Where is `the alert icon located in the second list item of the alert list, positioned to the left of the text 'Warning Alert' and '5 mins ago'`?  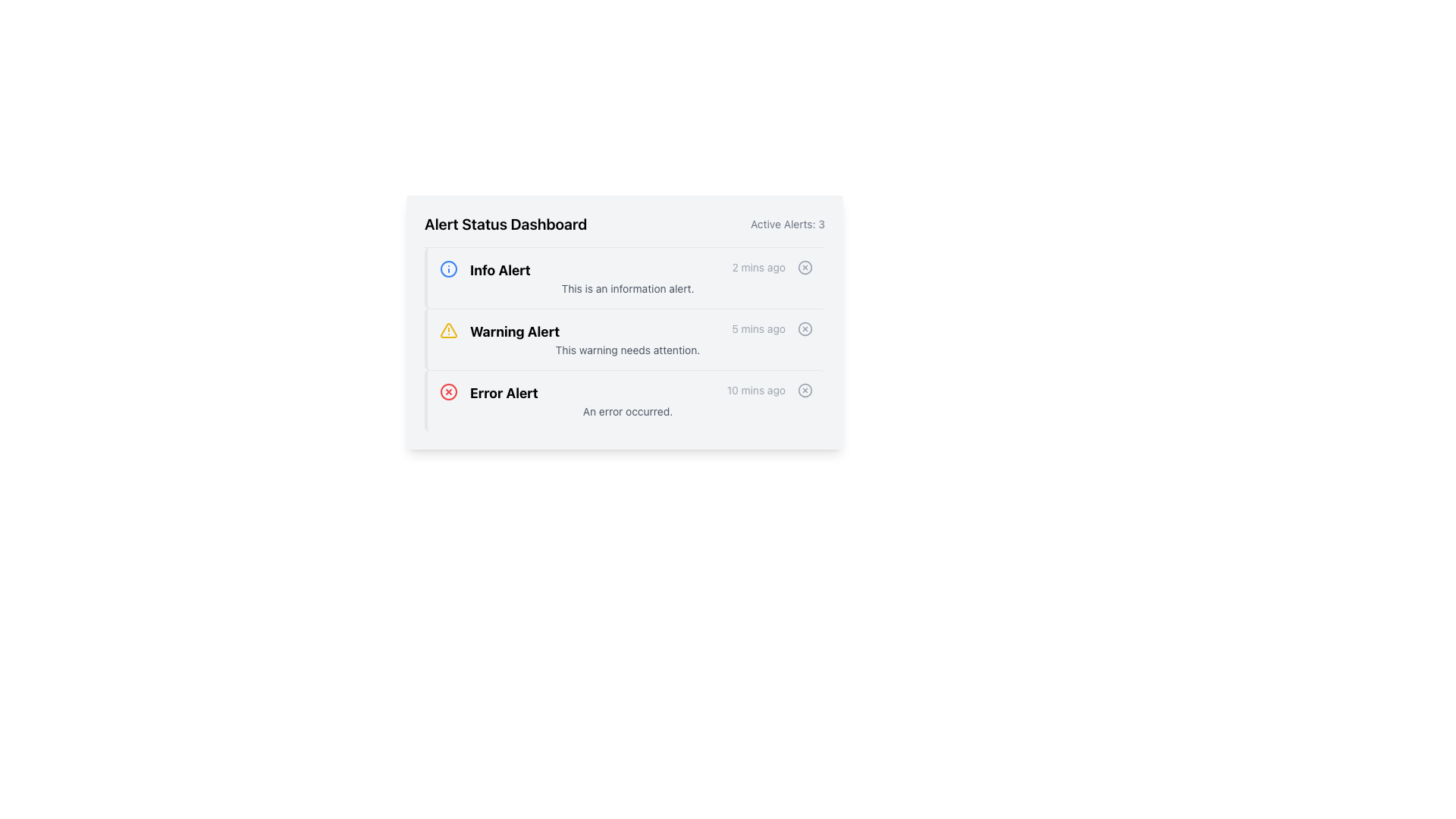 the alert icon located in the second list item of the alert list, positioned to the left of the text 'Warning Alert' and '5 mins ago' is located at coordinates (447, 329).